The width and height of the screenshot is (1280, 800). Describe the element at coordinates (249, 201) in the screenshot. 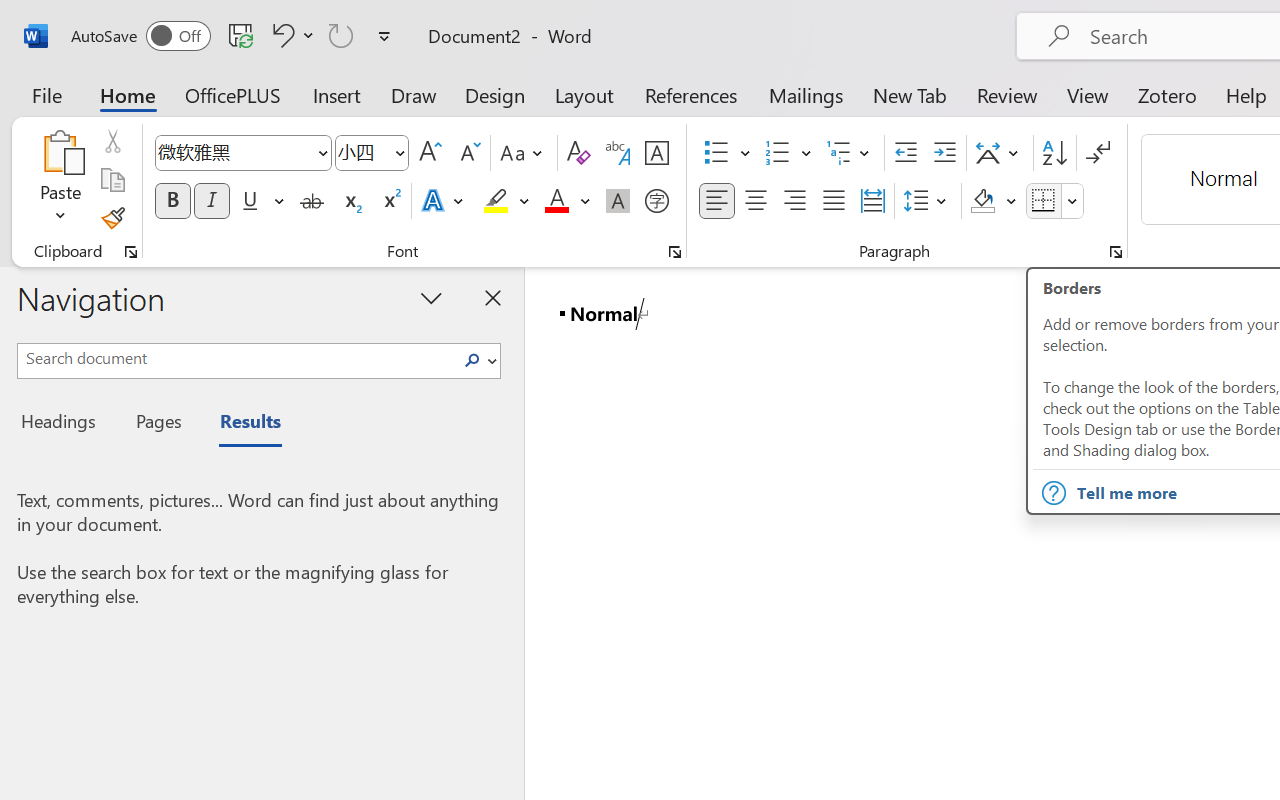

I see `'Underline'` at that location.